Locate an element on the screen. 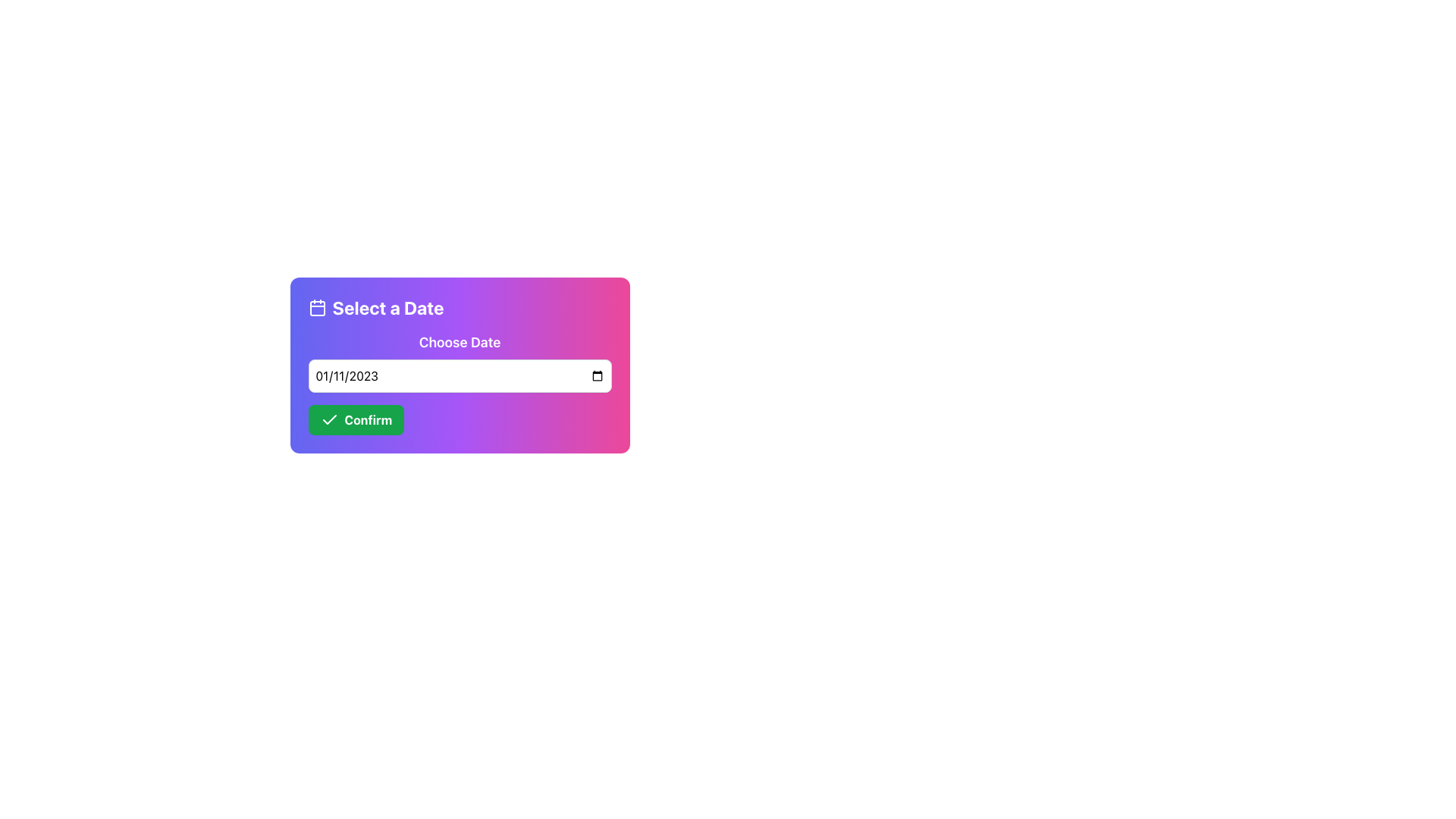 This screenshot has height=819, width=1456. the calendar icon located in the header section titled 'Select a Date', which is positioned to the left of the text is located at coordinates (316, 307).